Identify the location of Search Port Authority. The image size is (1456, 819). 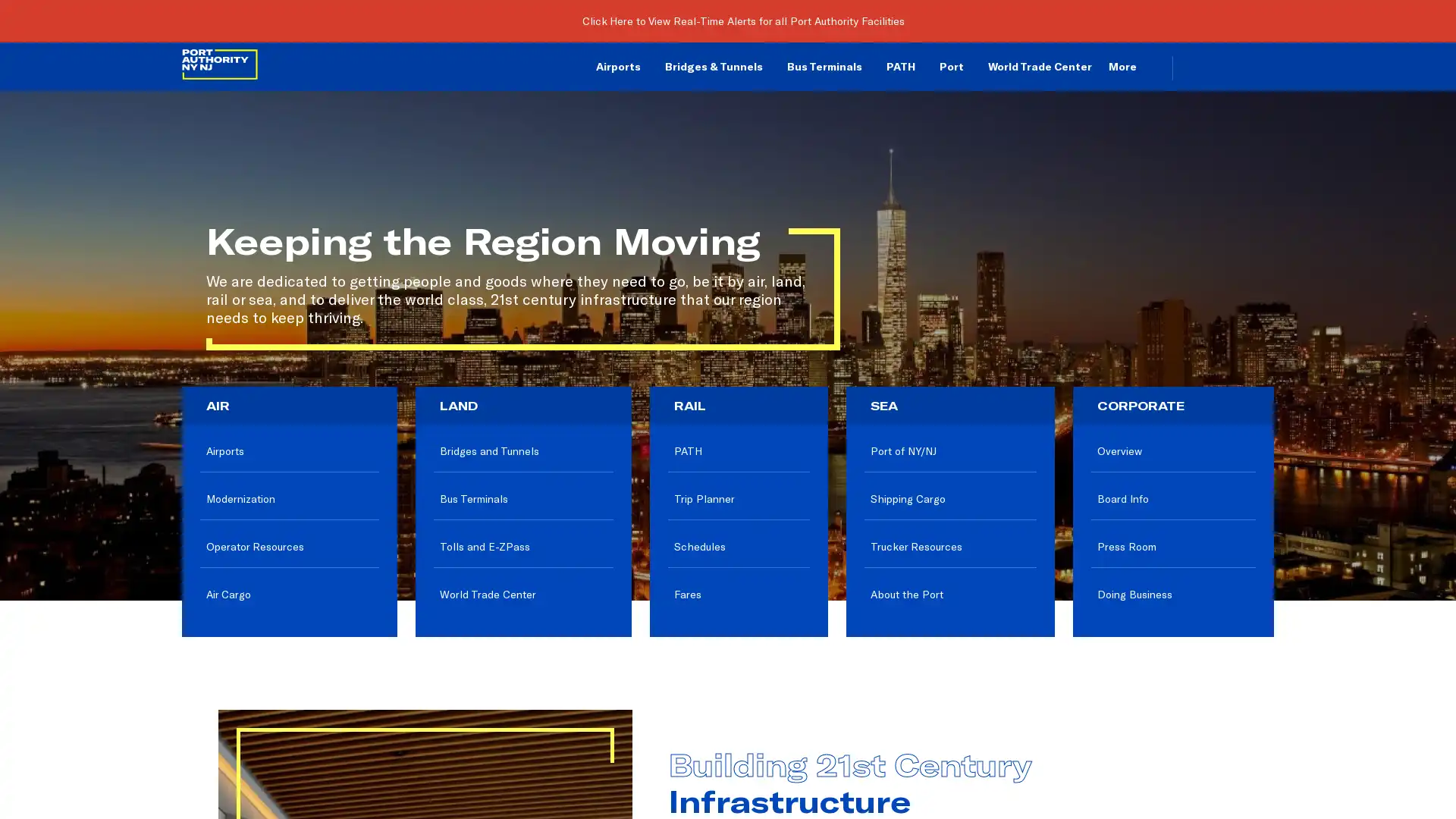
(1257, 66).